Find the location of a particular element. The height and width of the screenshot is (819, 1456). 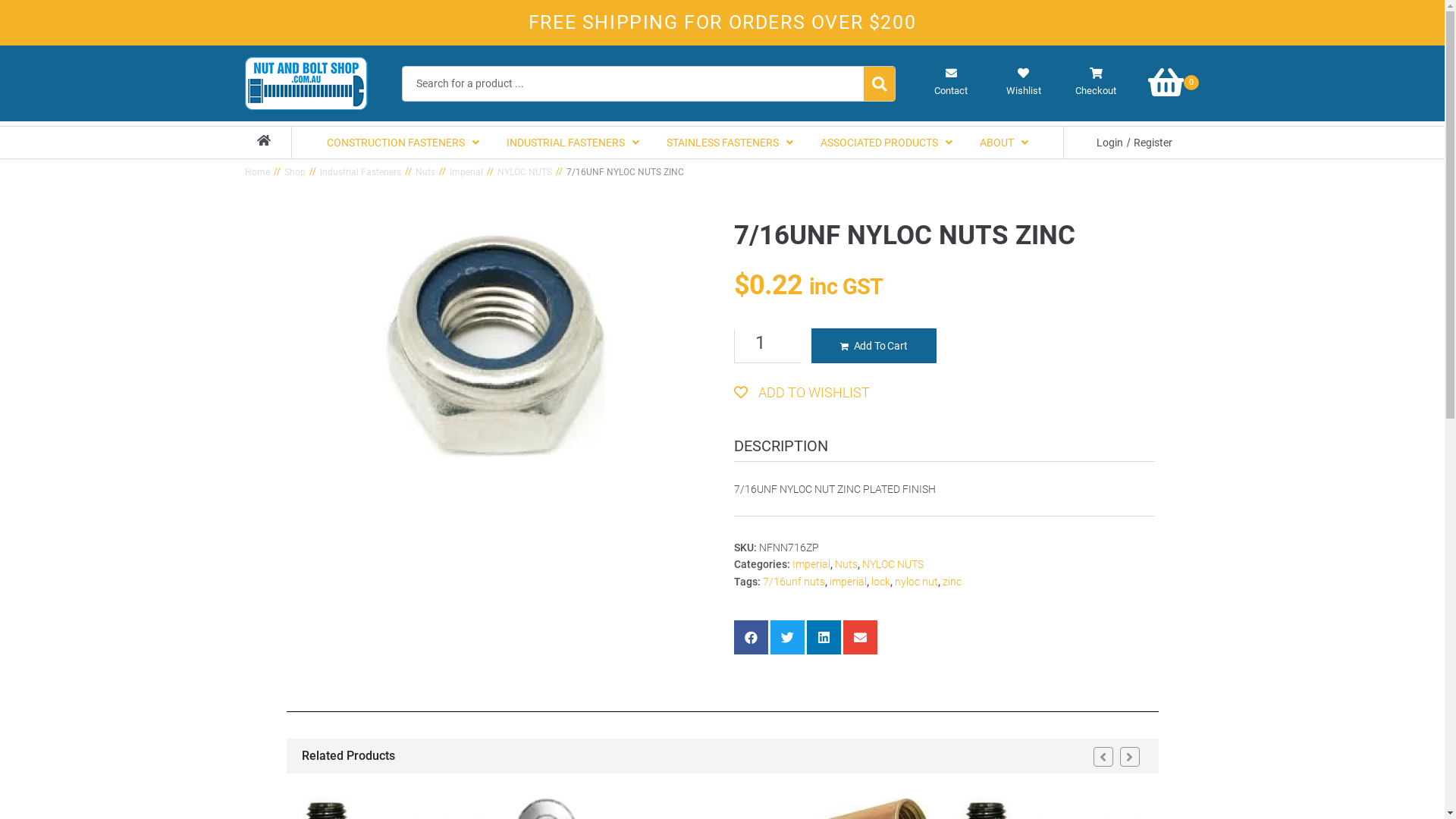

'ASSOCIATED PRODUCTS' is located at coordinates (886, 143).